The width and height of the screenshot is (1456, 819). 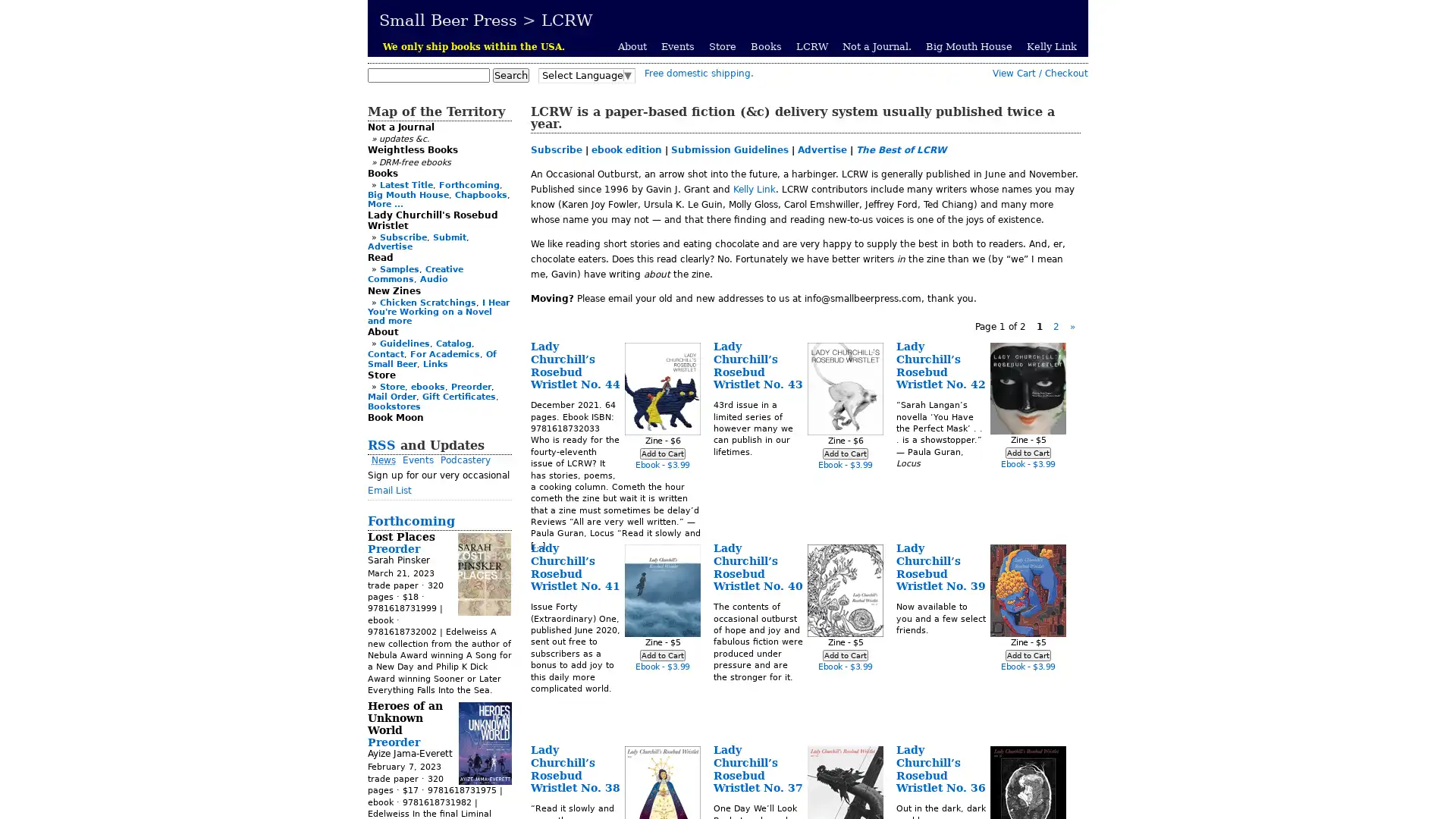 What do you see at coordinates (662, 654) in the screenshot?
I see `Add to Cart` at bounding box center [662, 654].